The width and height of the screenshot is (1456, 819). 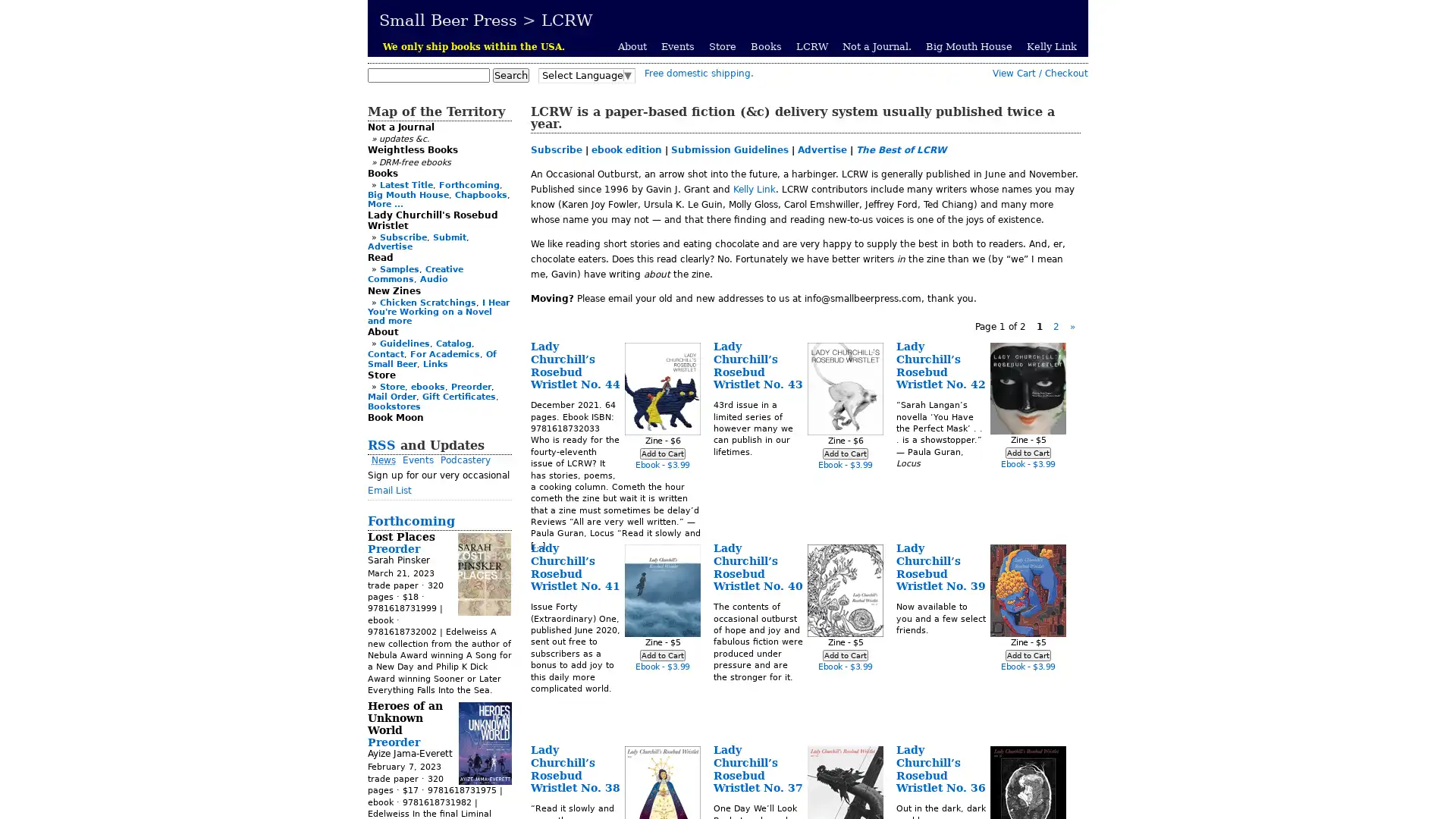 What do you see at coordinates (662, 654) in the screenshot?
I see `Add to Cart` at bounding box center [662, 654].